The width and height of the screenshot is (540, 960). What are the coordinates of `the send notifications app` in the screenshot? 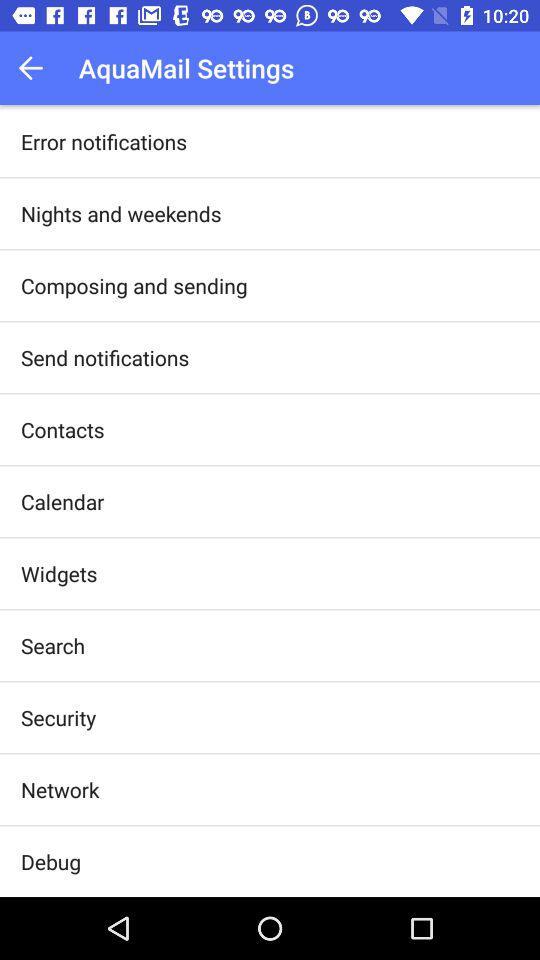 It's located at (105, 357).